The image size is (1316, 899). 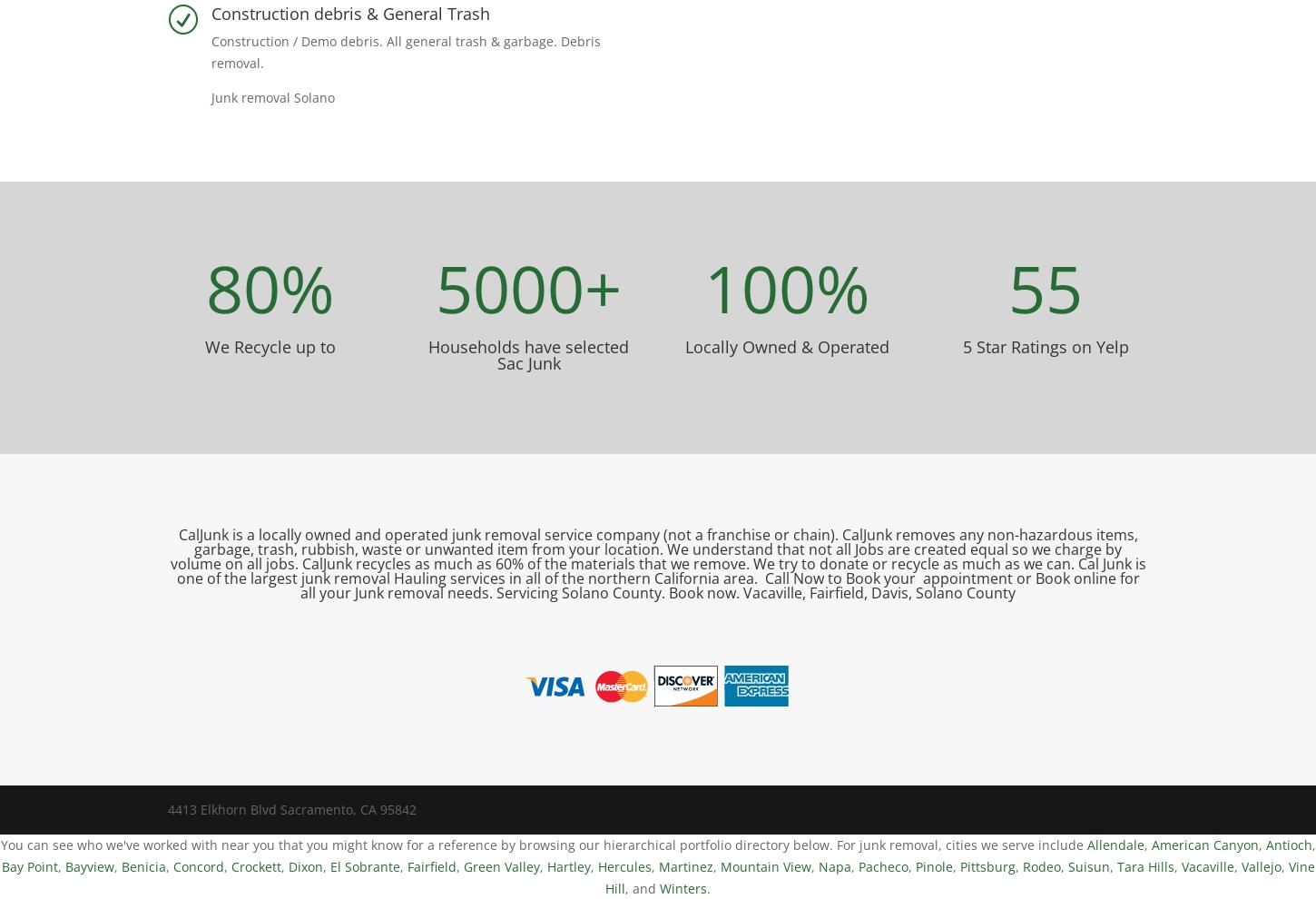 I want to click on 'Junk removal Solano', so click(x=273, y=95).